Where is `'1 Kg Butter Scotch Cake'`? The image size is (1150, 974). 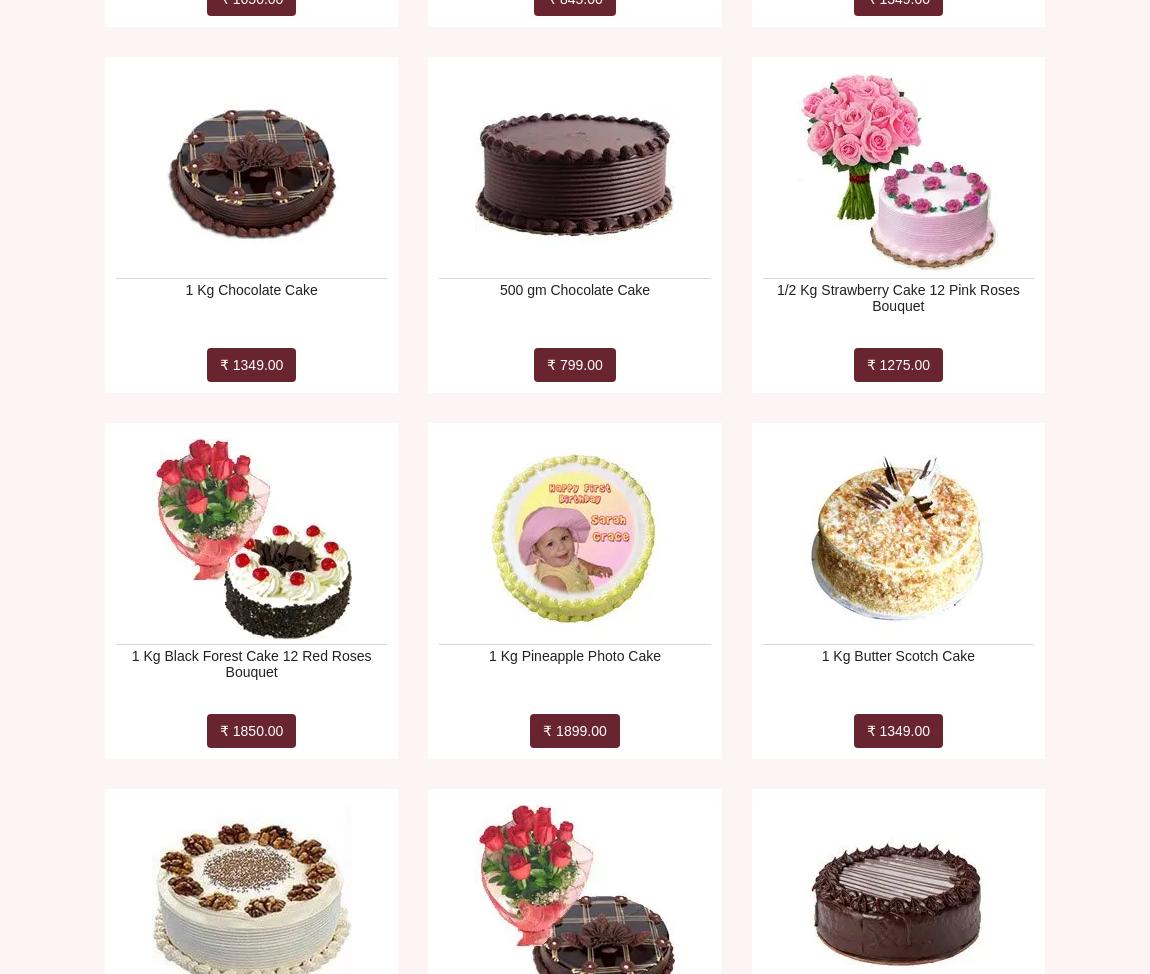 '1 Kg Butter Scotch Cake' is located at coordinates (897, 655).